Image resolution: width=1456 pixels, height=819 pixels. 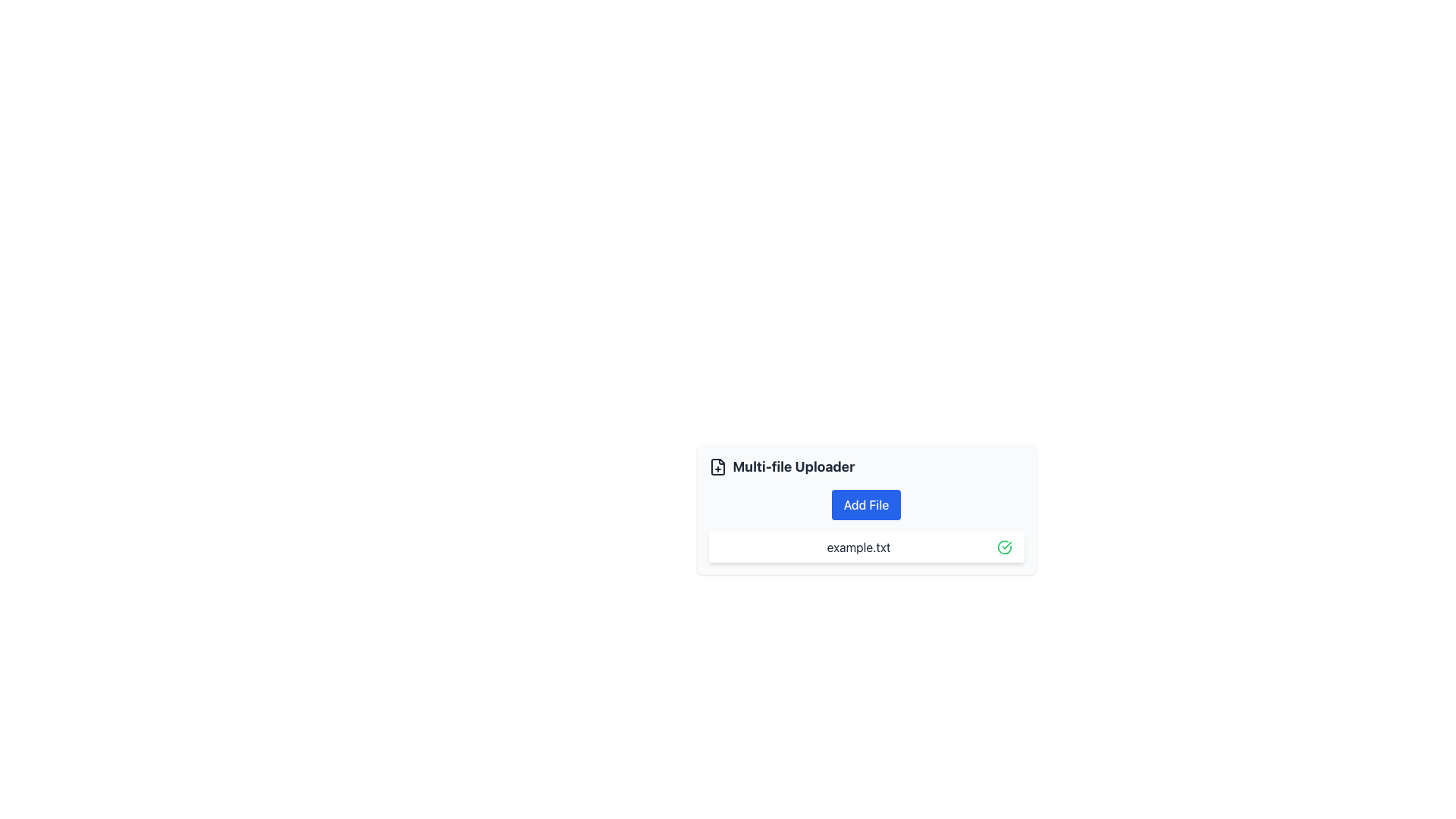 What do you see at coordinates (866, 509) in the screenshot?
I see `the blue 'Add File' button with rounded corners, located under the 'Multi-file Uploader' header and above the 'example.txt' file entry, to upload files` at bounding box center [866, 509].